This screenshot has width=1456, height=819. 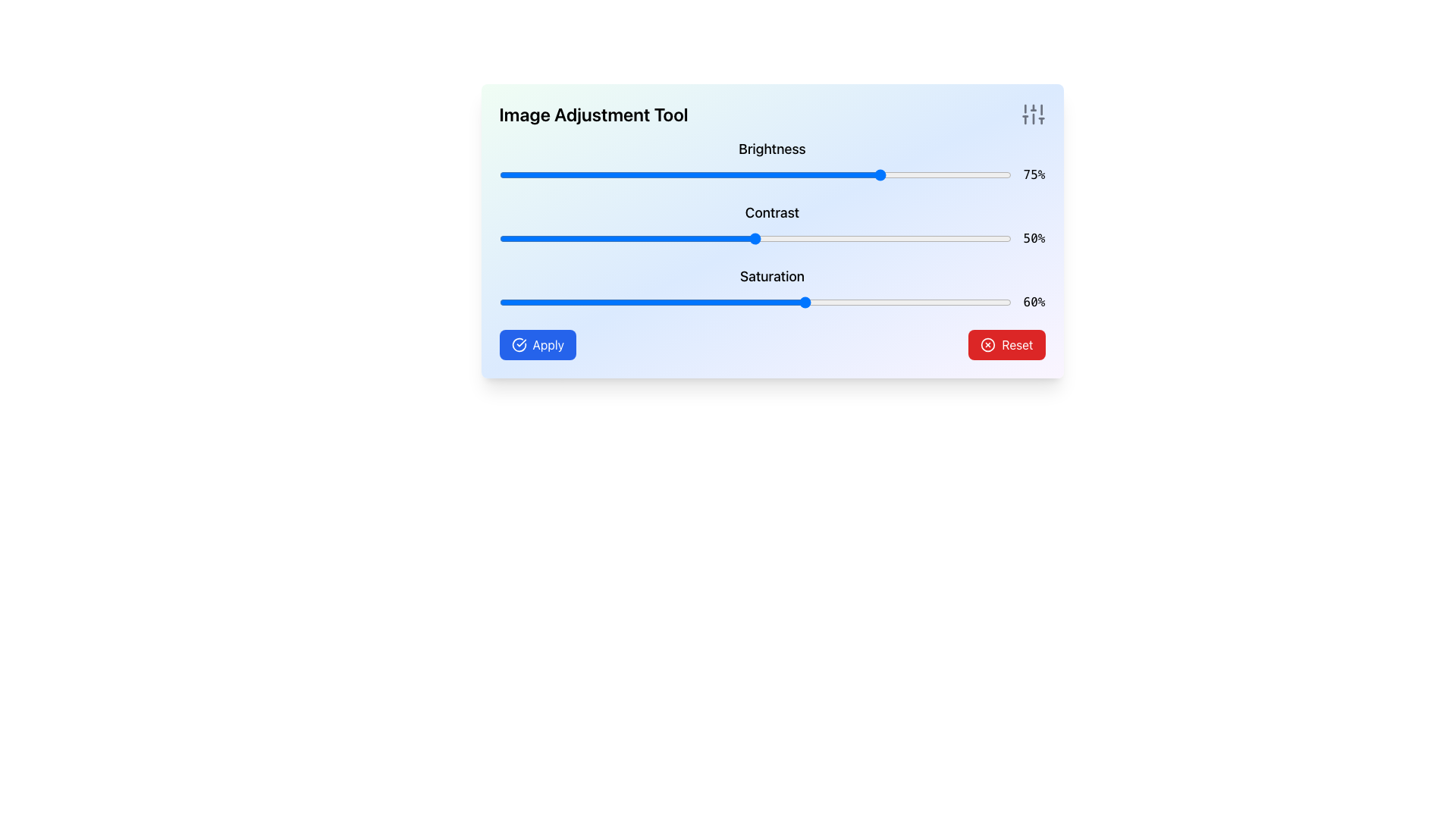 What do you see at coordinates (1032, 113) in the screenshot?
I see `the vertical sliders icon at the top-right corner of the interface` at bounding box center [1032, 113].